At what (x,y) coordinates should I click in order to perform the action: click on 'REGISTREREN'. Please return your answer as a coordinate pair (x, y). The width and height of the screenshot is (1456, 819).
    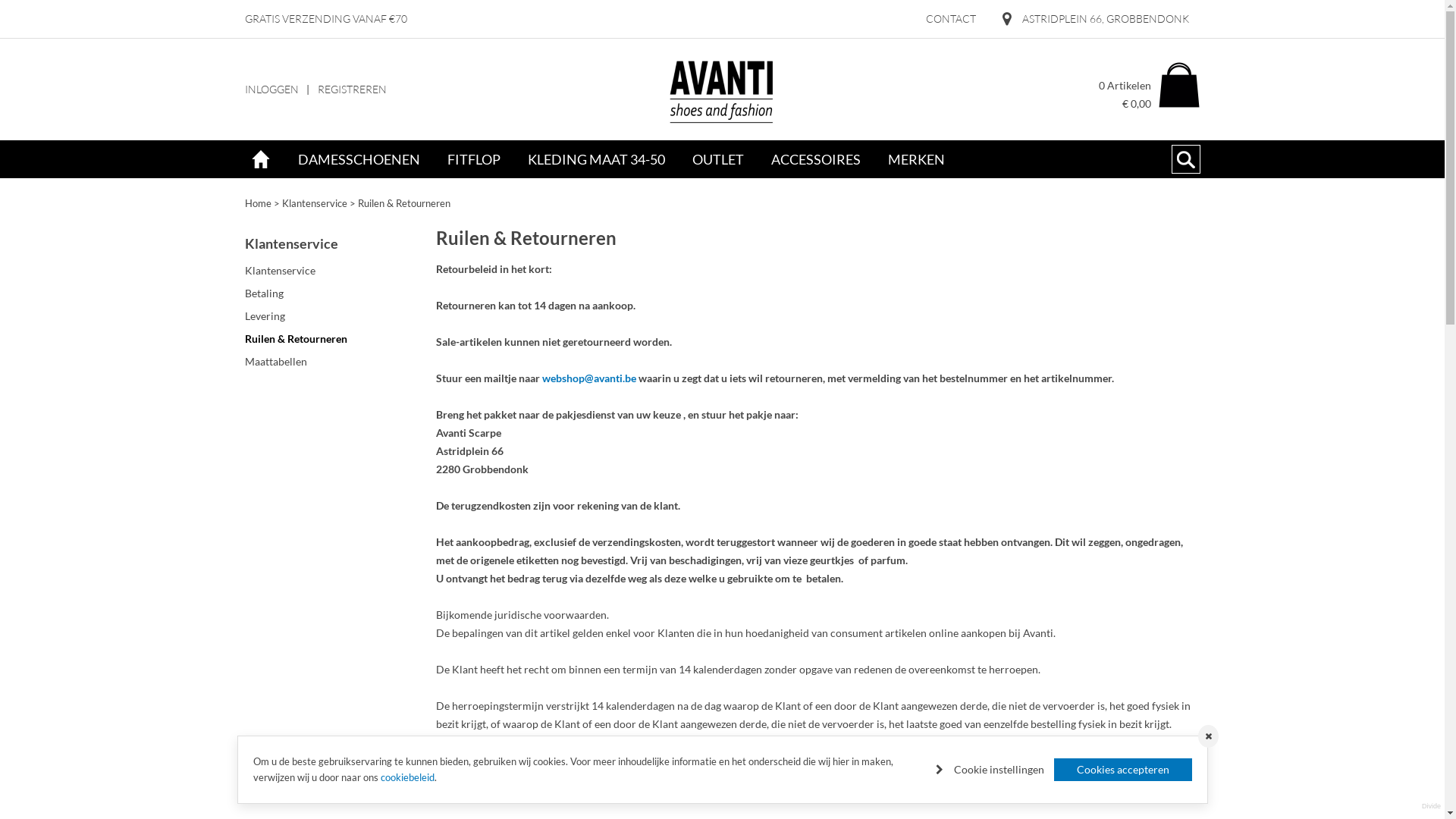
    Looking at the image, I should click on (350, 89).